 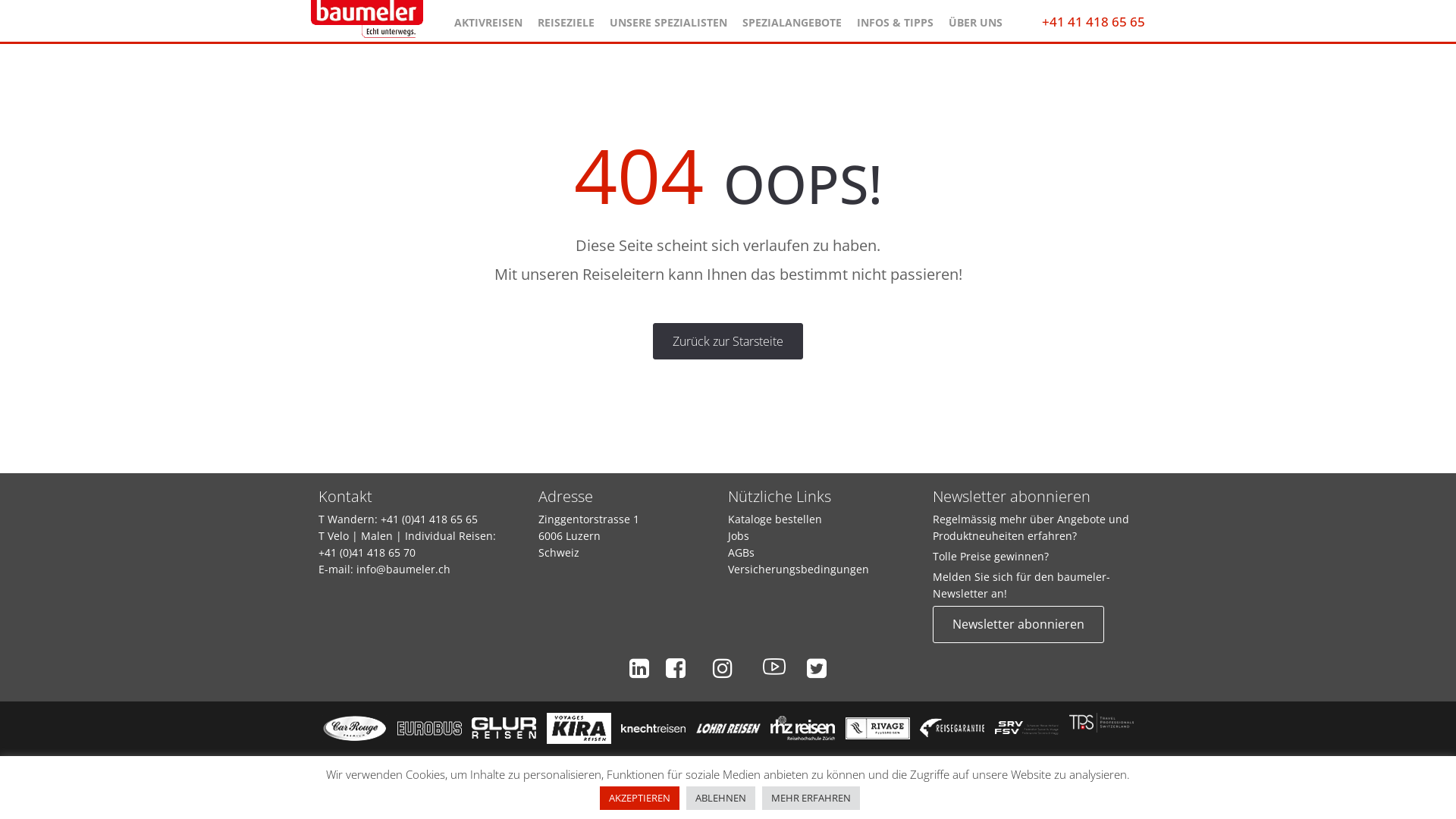 What do you see at coordinates (428, 518) in the screenshot?
I see `'+41 (0)41 418 65 65'` at bounding box center [428, 518].